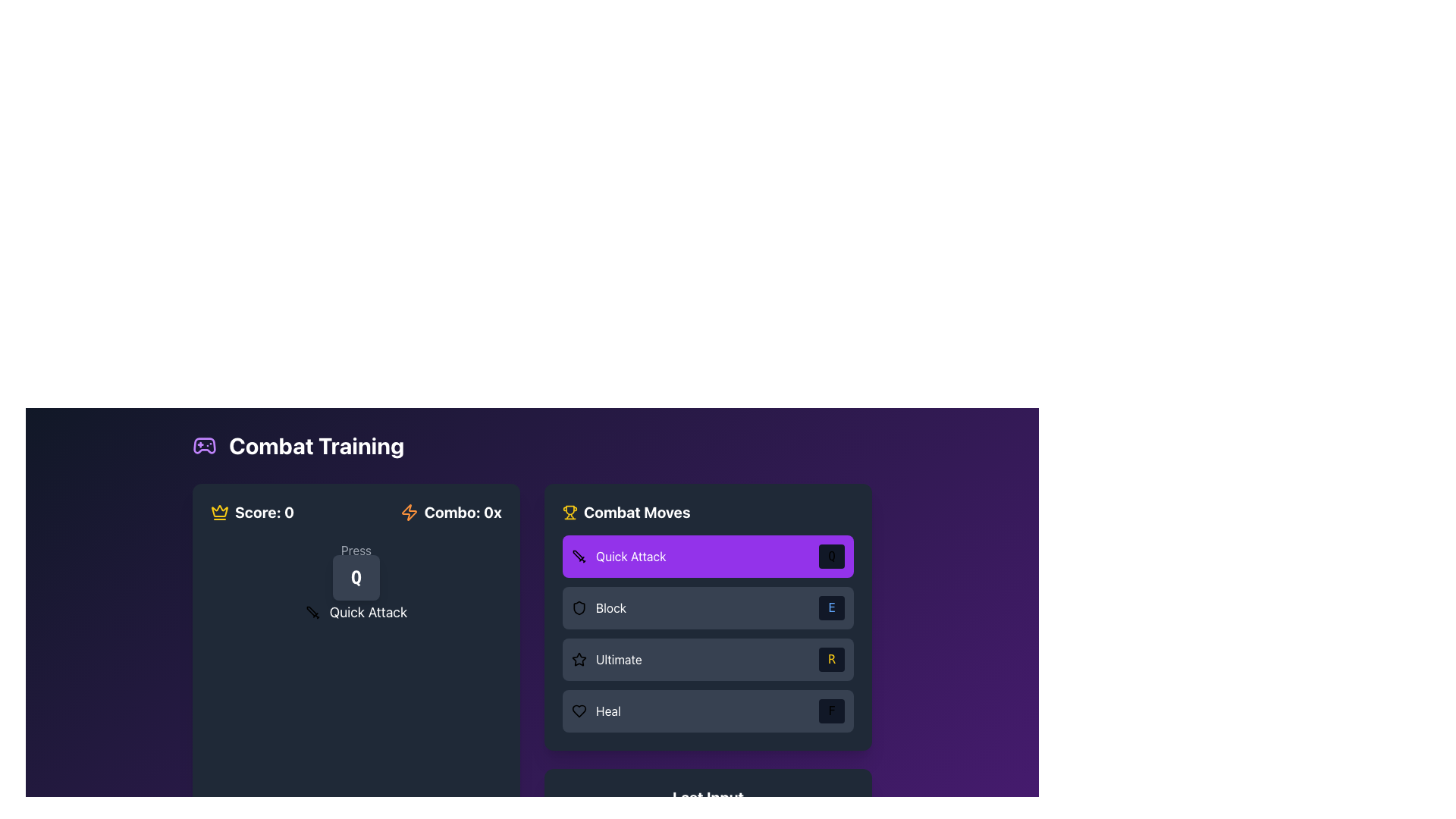 The width and height of the screenshot is (1456, 819). Describe the element at coordinates (607, 659) in the screenshot. I see `the 'Ultimate' button in the 'Combat Moves' section` at that location.